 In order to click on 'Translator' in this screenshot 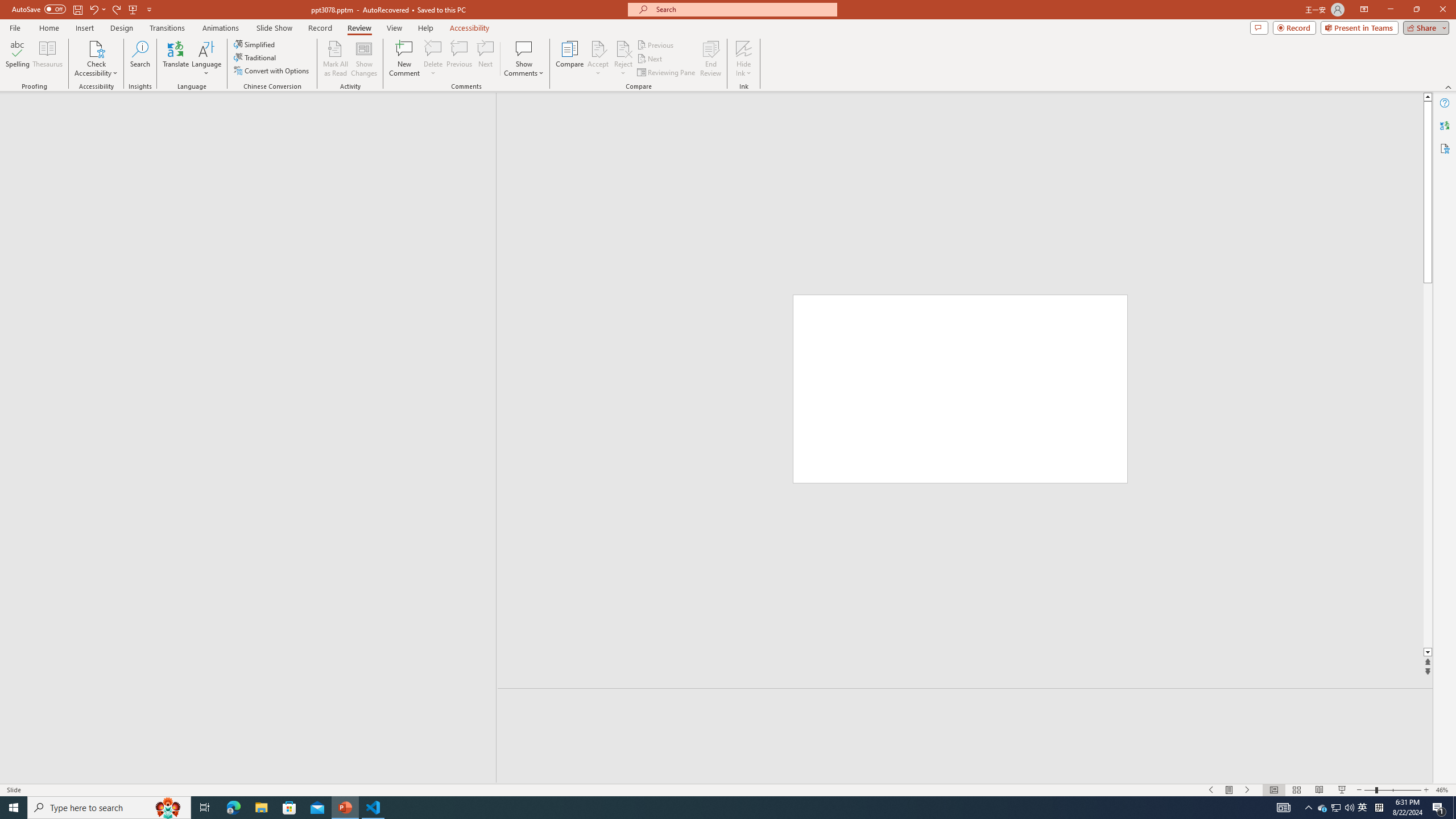, I will do `click(1444, 126)`.